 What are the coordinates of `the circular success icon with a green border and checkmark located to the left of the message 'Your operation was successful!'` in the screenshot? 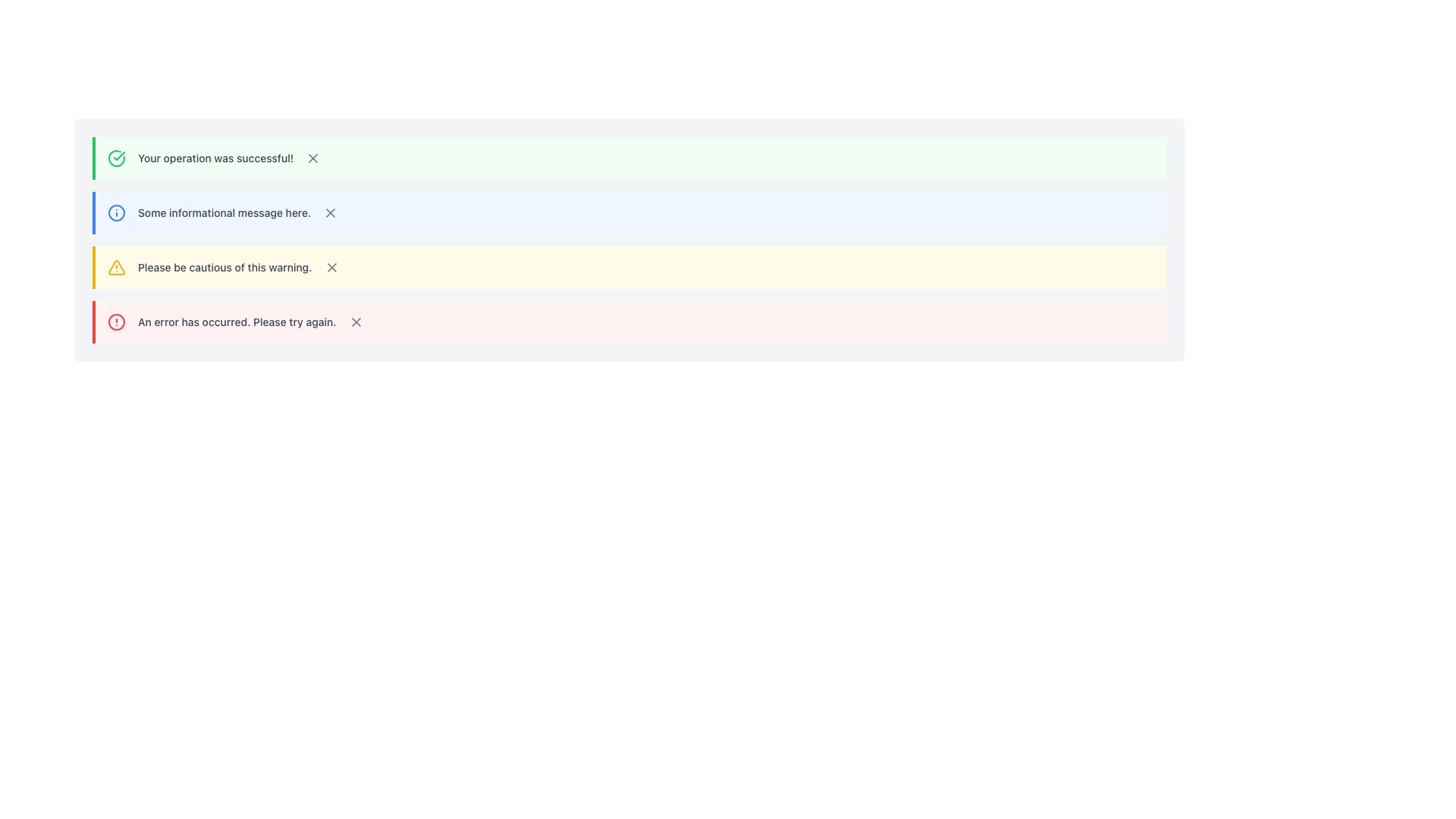 It's located at (115, 158).